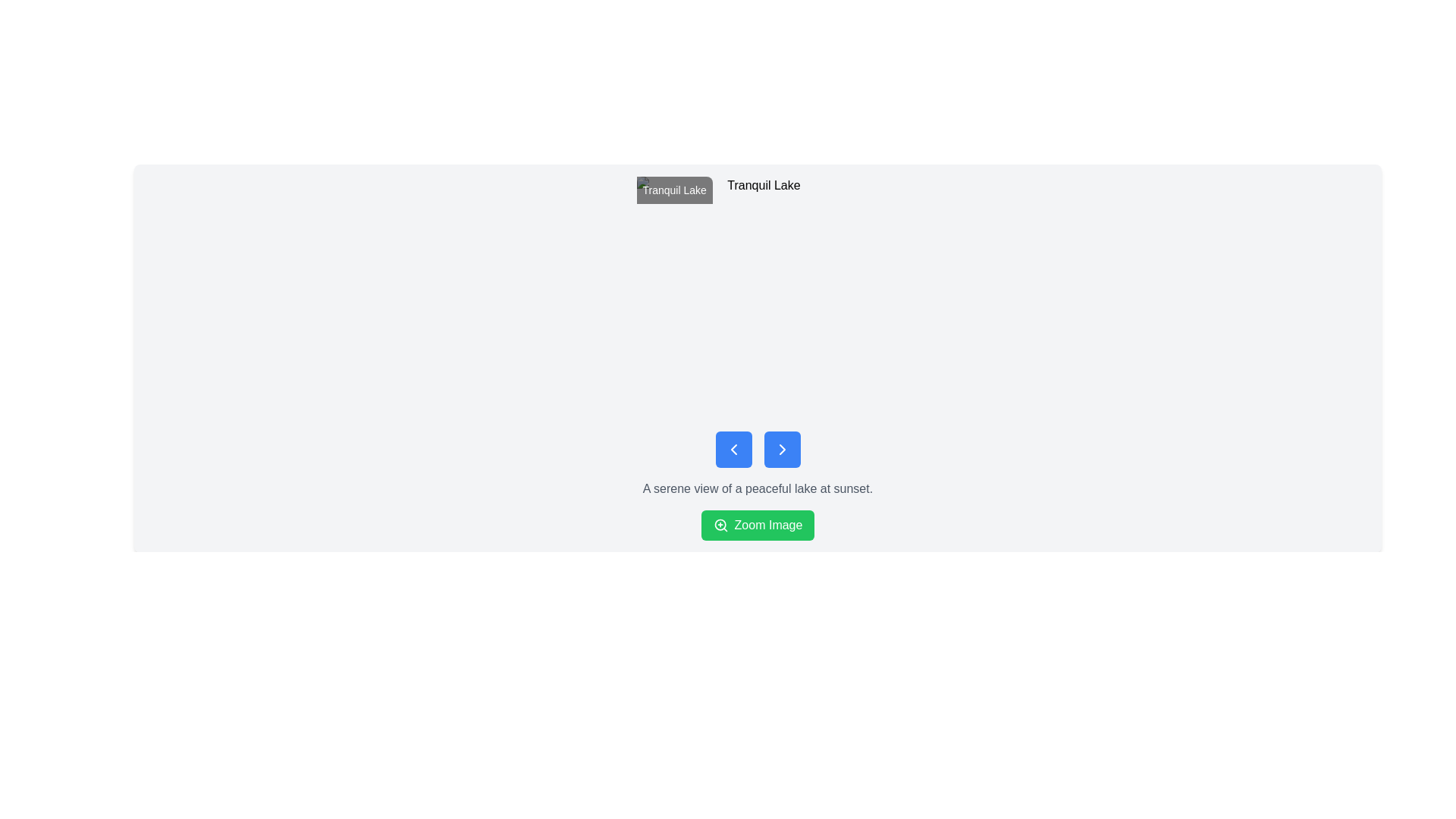 The width and height of the screenshot is (1456, 819). What do you see at coordinates (733, 449) in the screenshot?
I see `the 'previous' navigation button located on the left side of its sibling button at the bottom of the interface` at bounding box center [733, 449].